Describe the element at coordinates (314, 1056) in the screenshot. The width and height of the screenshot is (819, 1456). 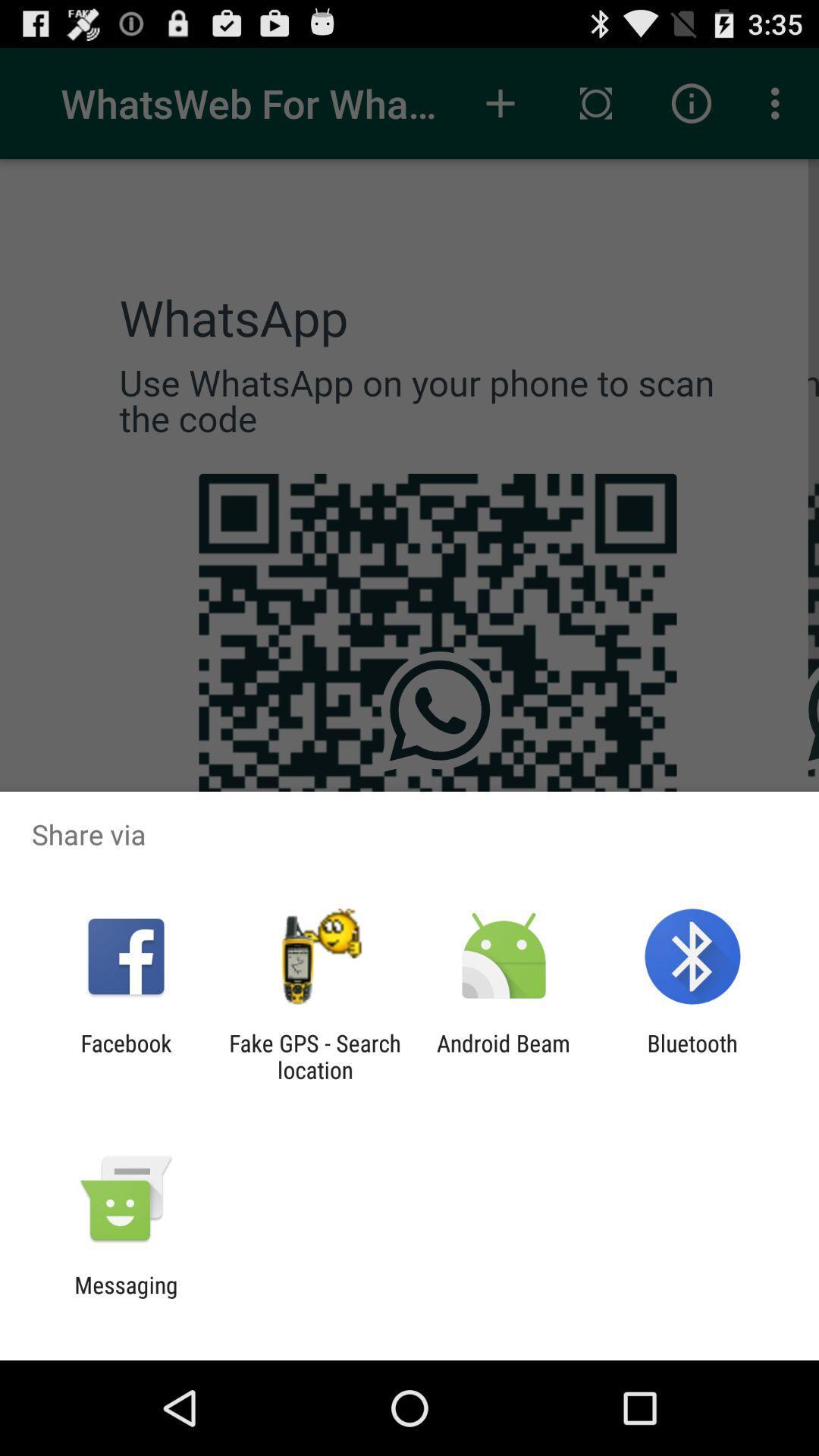
I see `the app to the left of the android beam item` at that location.